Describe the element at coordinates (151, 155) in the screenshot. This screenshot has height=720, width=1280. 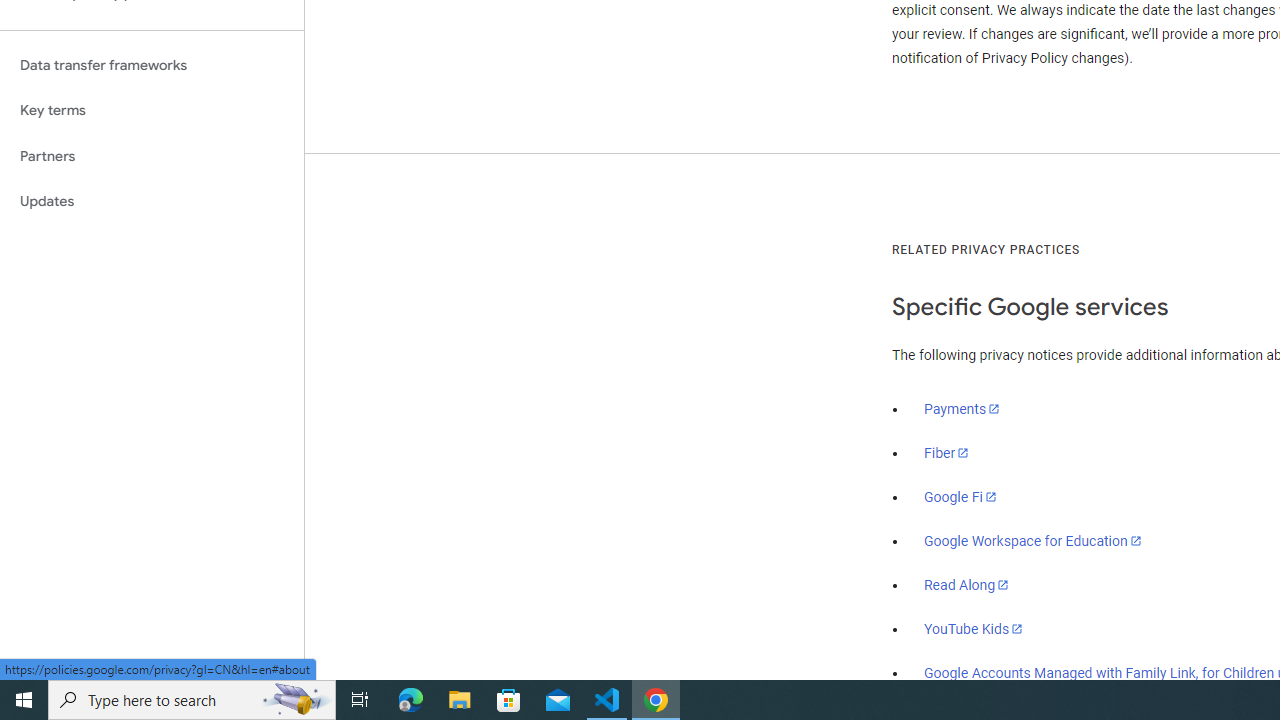
I see `'Partners'` at that location.